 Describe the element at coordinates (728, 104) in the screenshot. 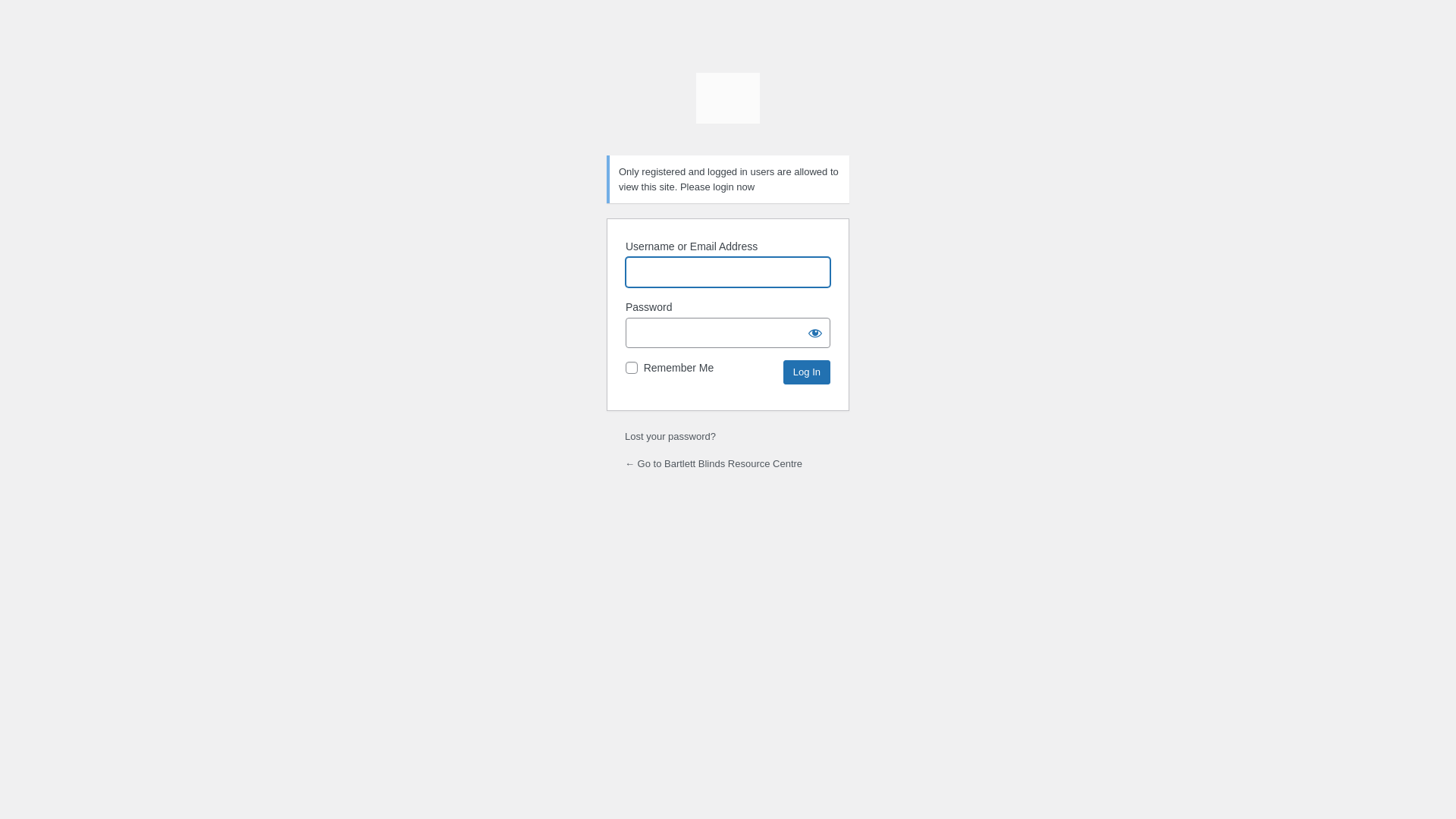

I see `'Powered by WordPress'` at that location.